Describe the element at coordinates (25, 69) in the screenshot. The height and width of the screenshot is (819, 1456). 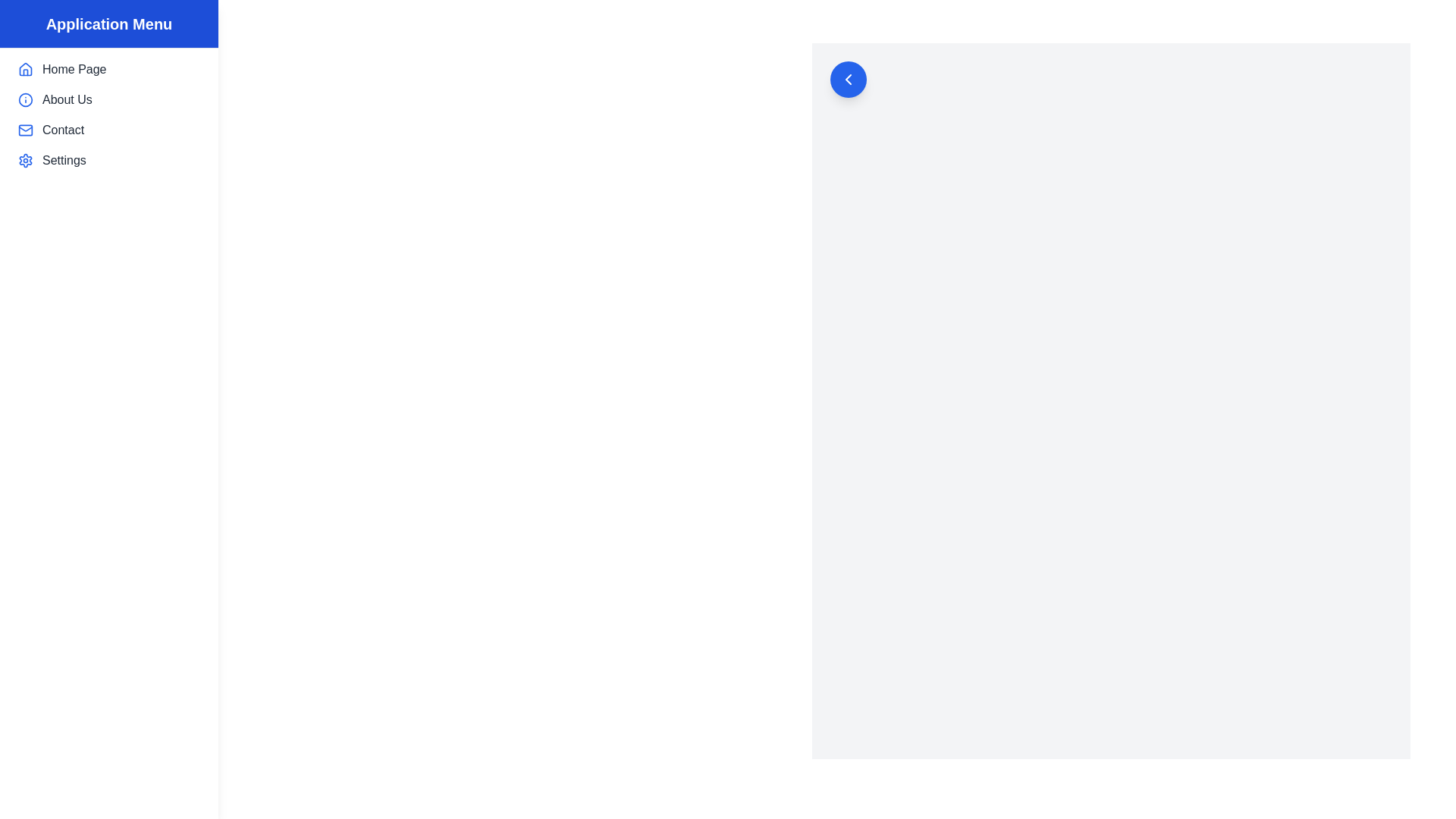
I see `the house-shaped SVG icon in the menu section labeled 'Home Page', which has a blue outline and is the first item in the list` at that location.